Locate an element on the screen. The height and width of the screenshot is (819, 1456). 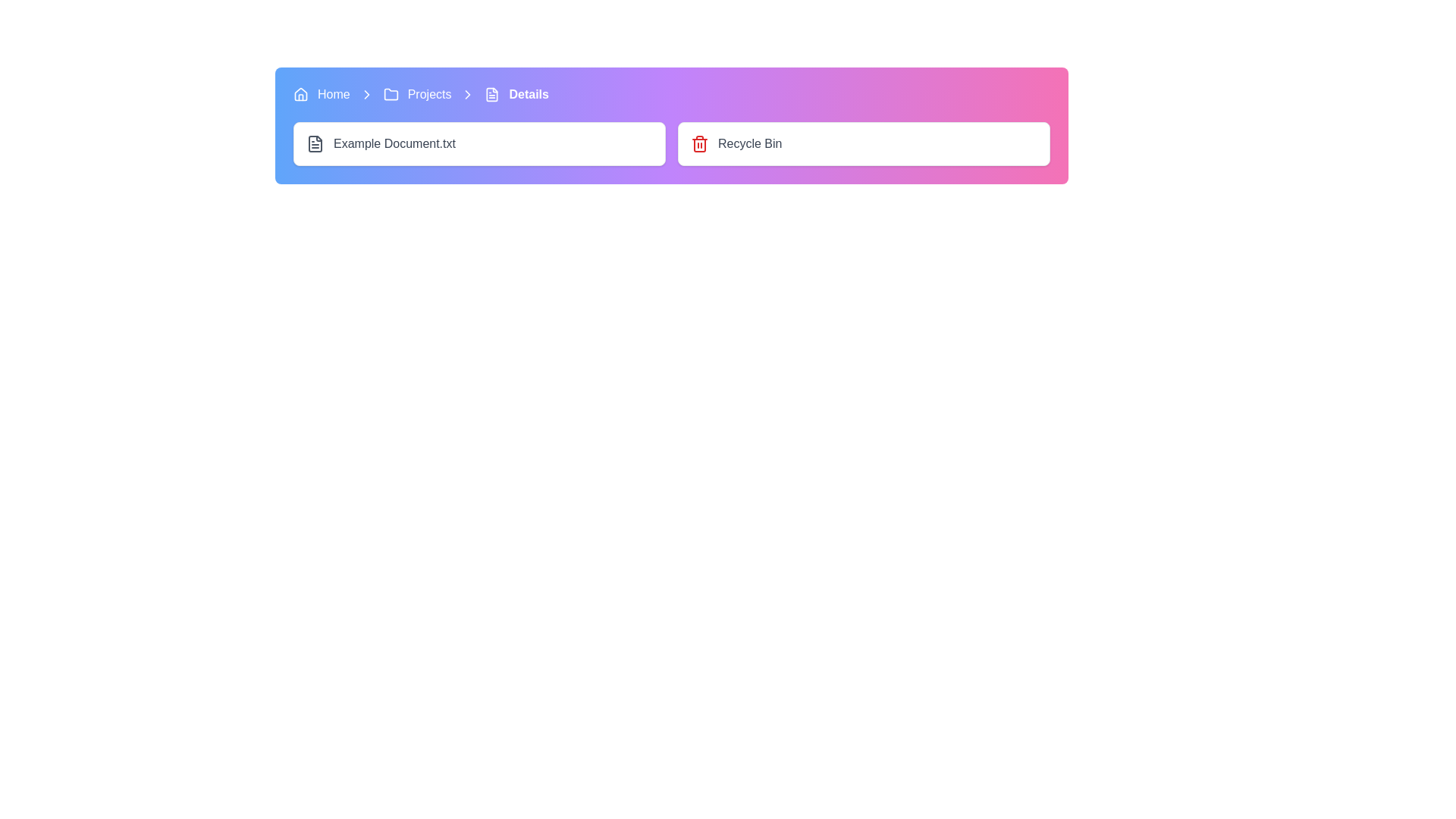
the Folder icon located in the breadcrumb navigation, which is a white graphical icon resembling a folder, positioned third between the house icon and the label 'Projects' is located at coordinates (391, 94).